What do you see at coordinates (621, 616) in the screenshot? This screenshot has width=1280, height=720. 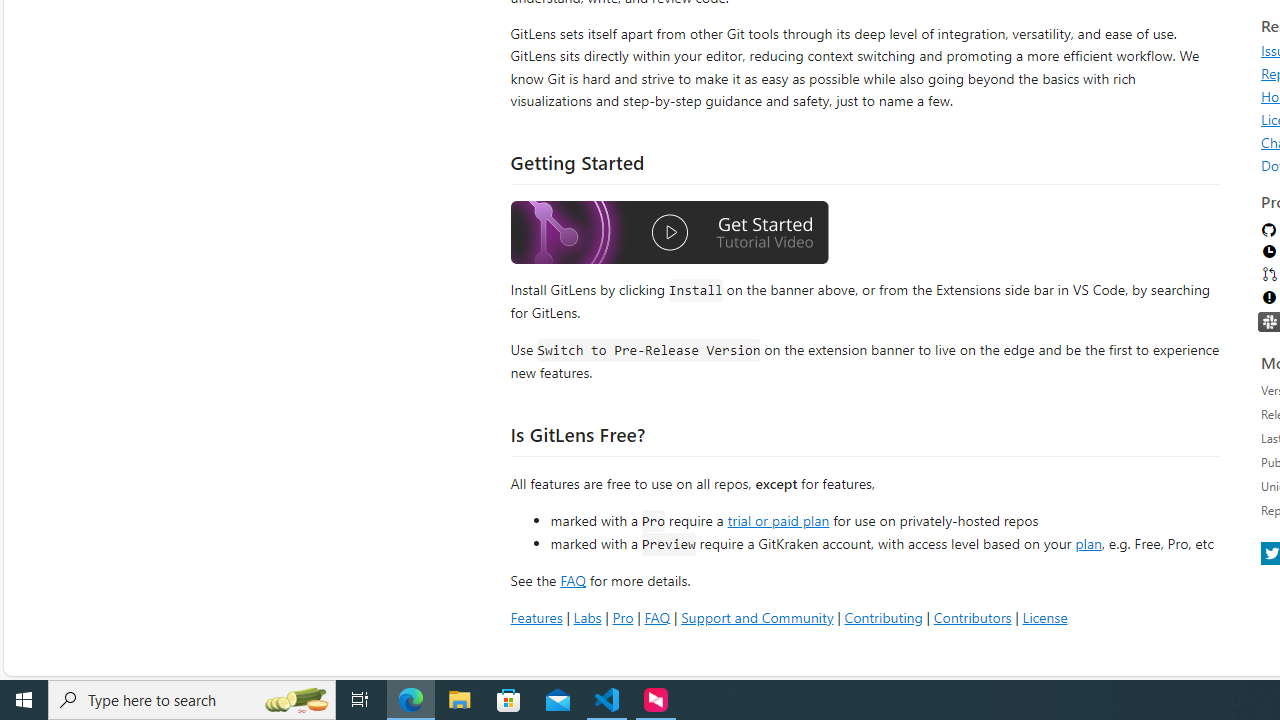 I see `'Pro'` at bounding box center [621, 616].